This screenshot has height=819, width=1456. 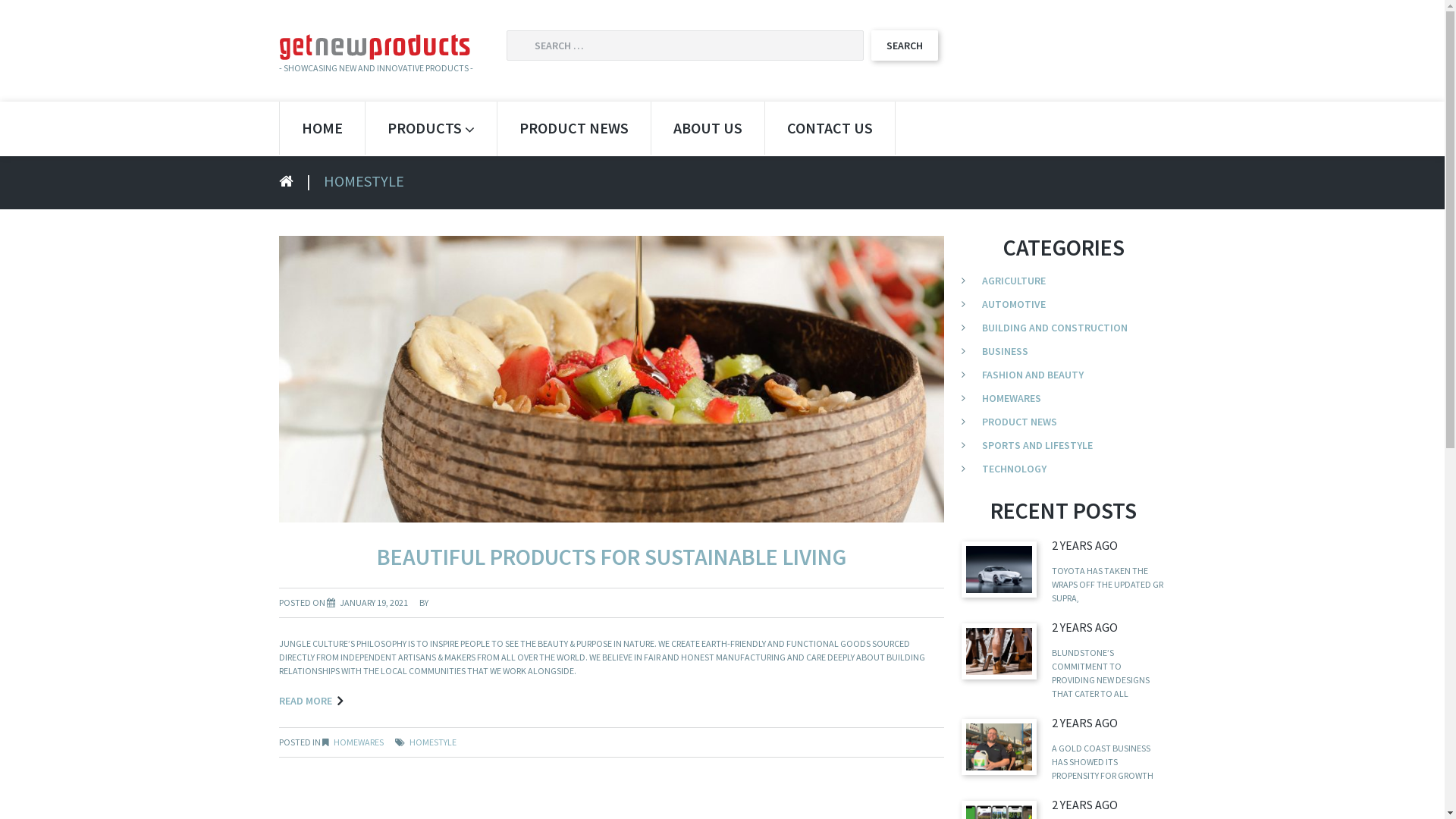 I want to click on 'FASHION AND BEAUTY', so click(x=1032, y=374).